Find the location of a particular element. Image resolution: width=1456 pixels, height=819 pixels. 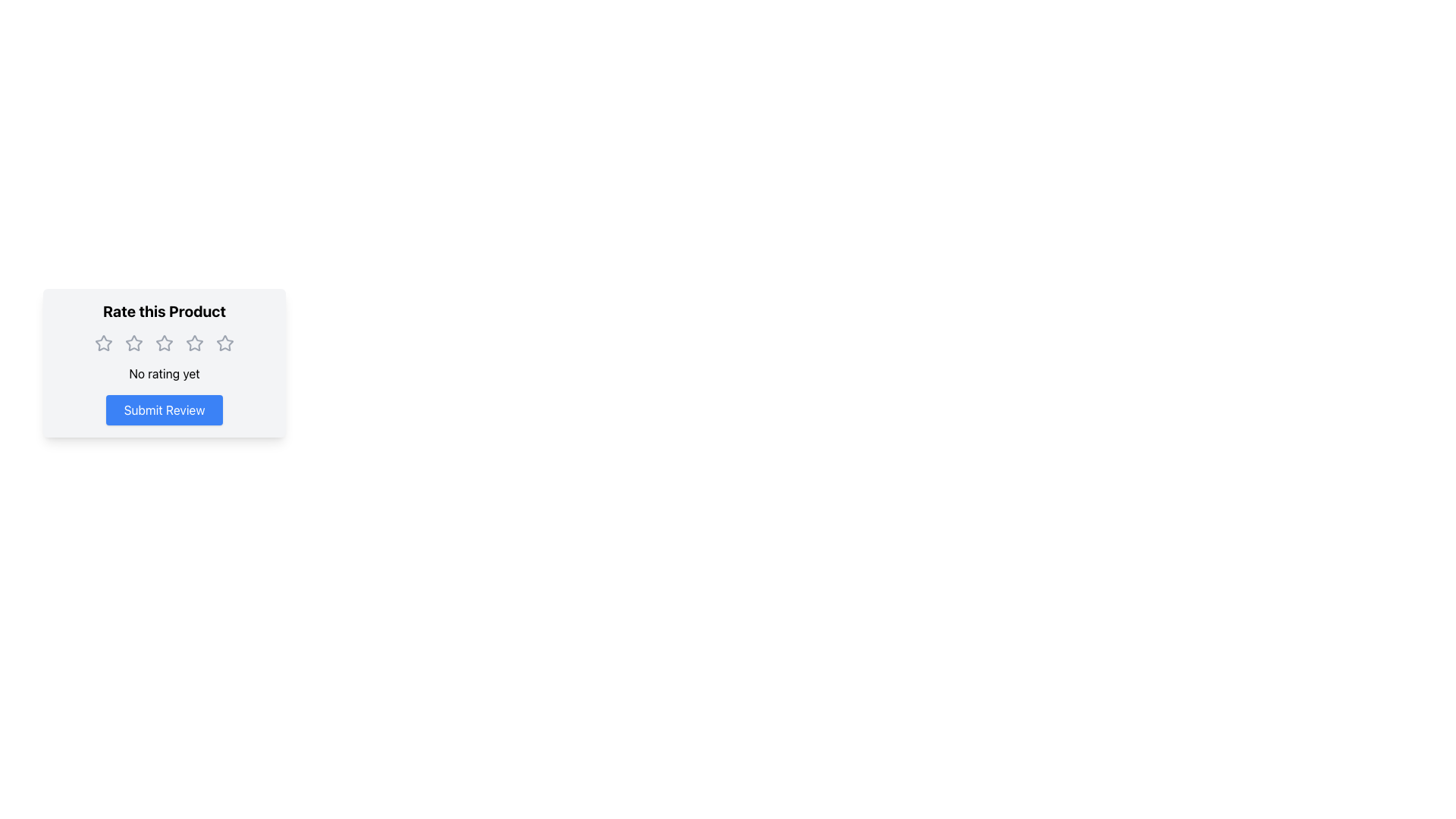

the fourth star-shaped outline icon in the 'Rate this Product' rating field is located at coordinates (194, 343).